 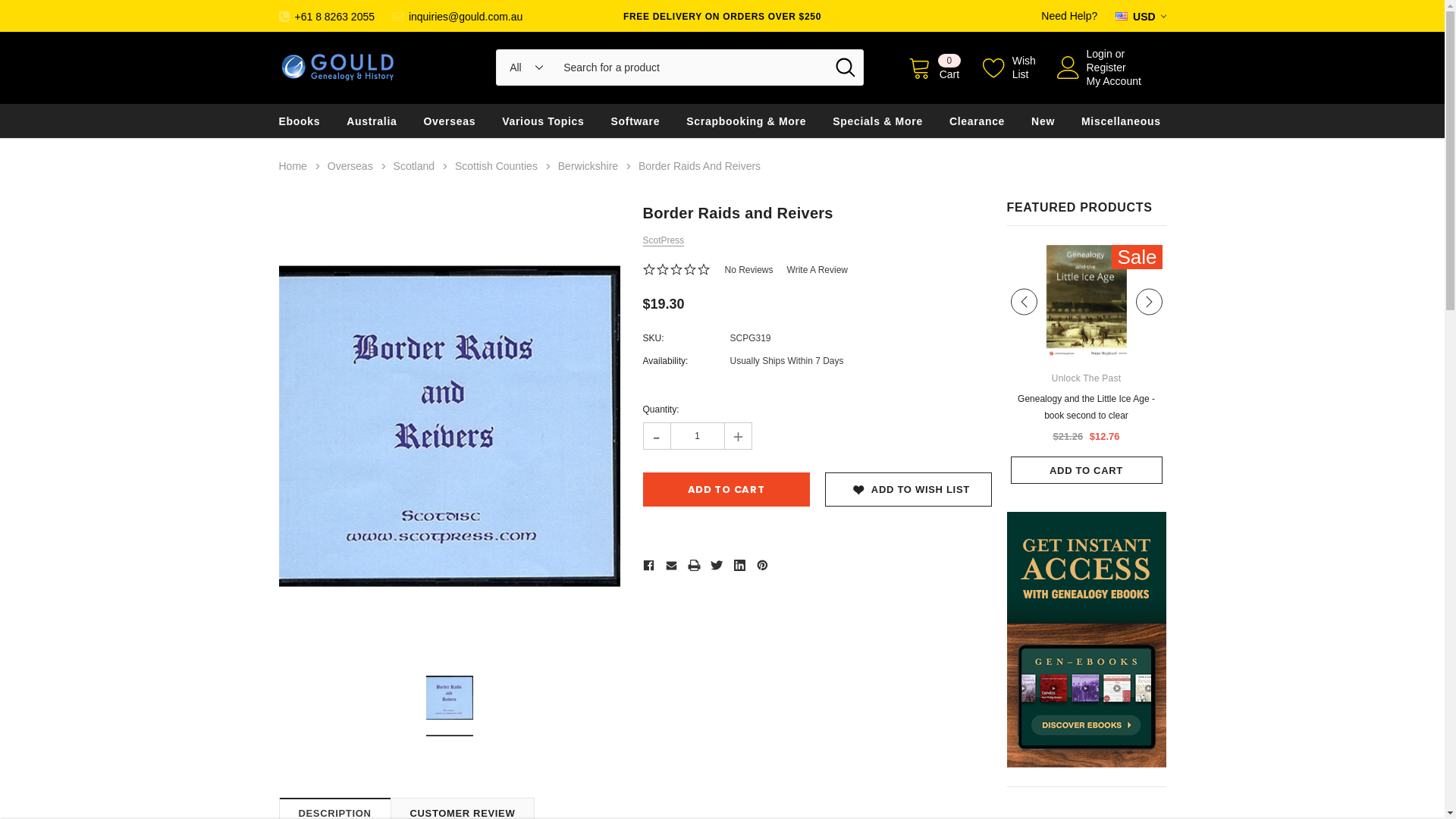 What do you see at coordinates (337, 66) in the screenshot?
I see `'Gould Genealogy & History'` at bounding box center [337, 66].